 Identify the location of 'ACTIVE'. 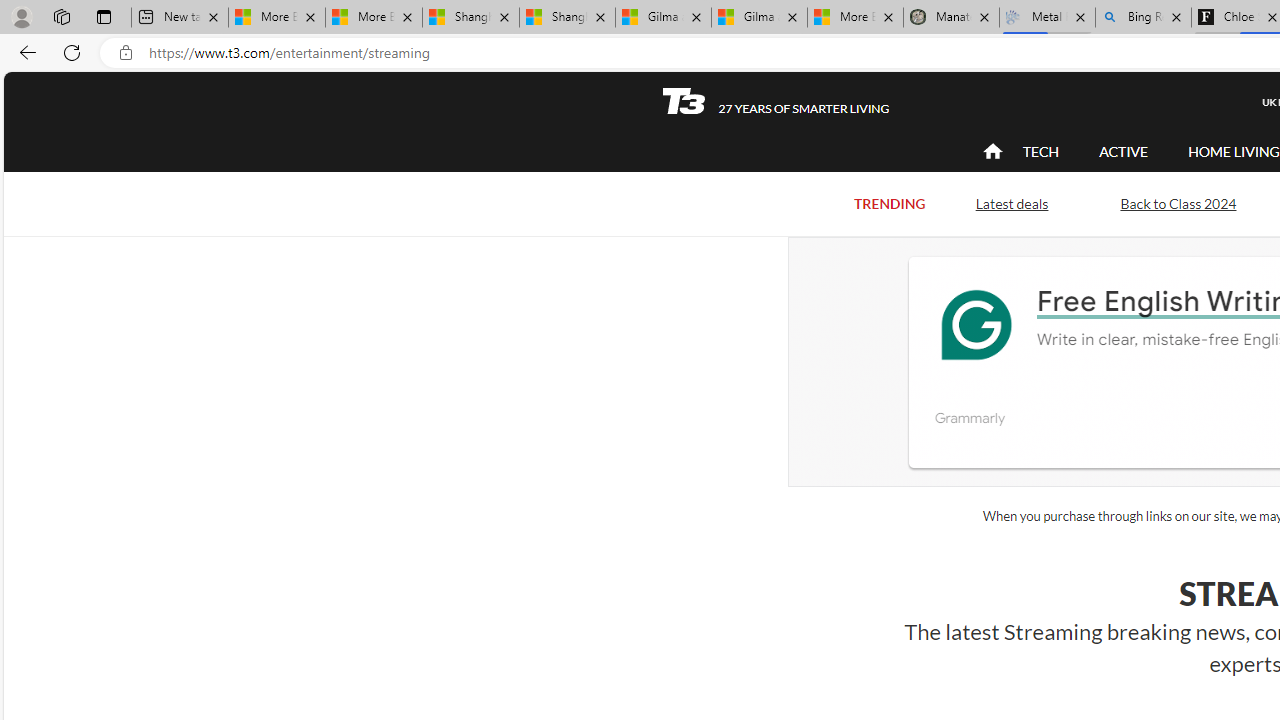
(1124, 150).